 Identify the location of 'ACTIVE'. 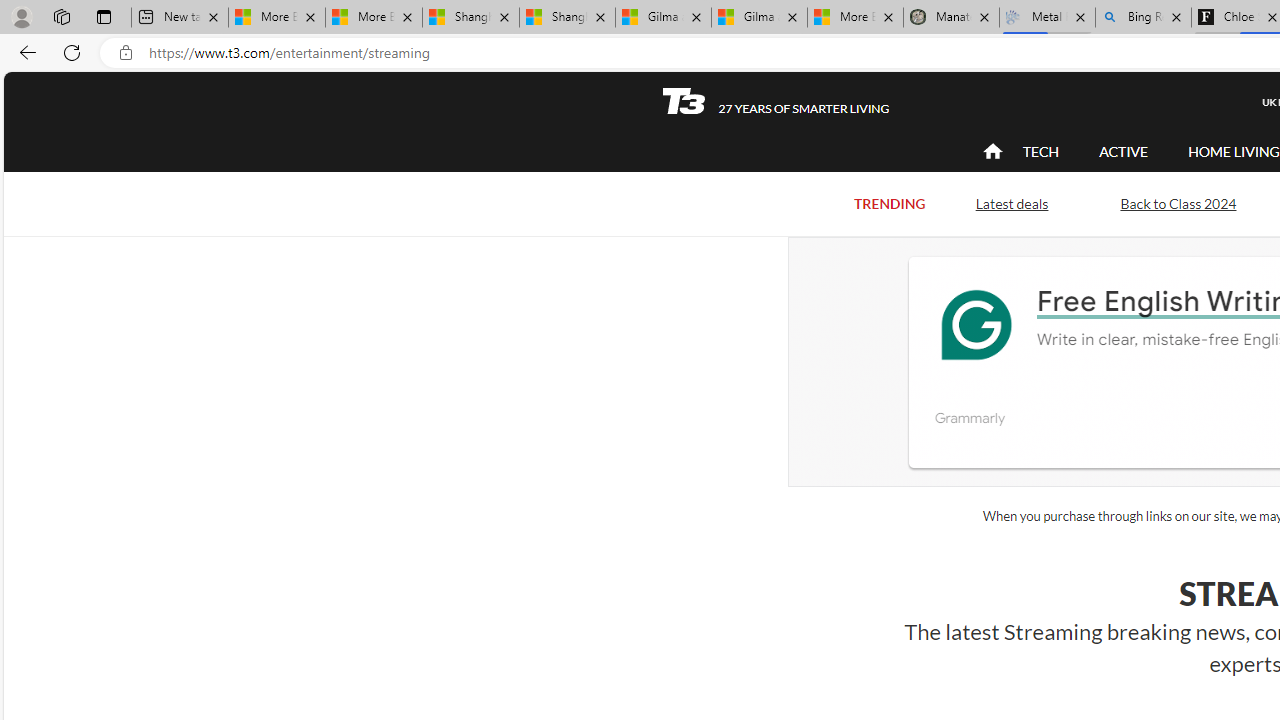
(1124, 150).